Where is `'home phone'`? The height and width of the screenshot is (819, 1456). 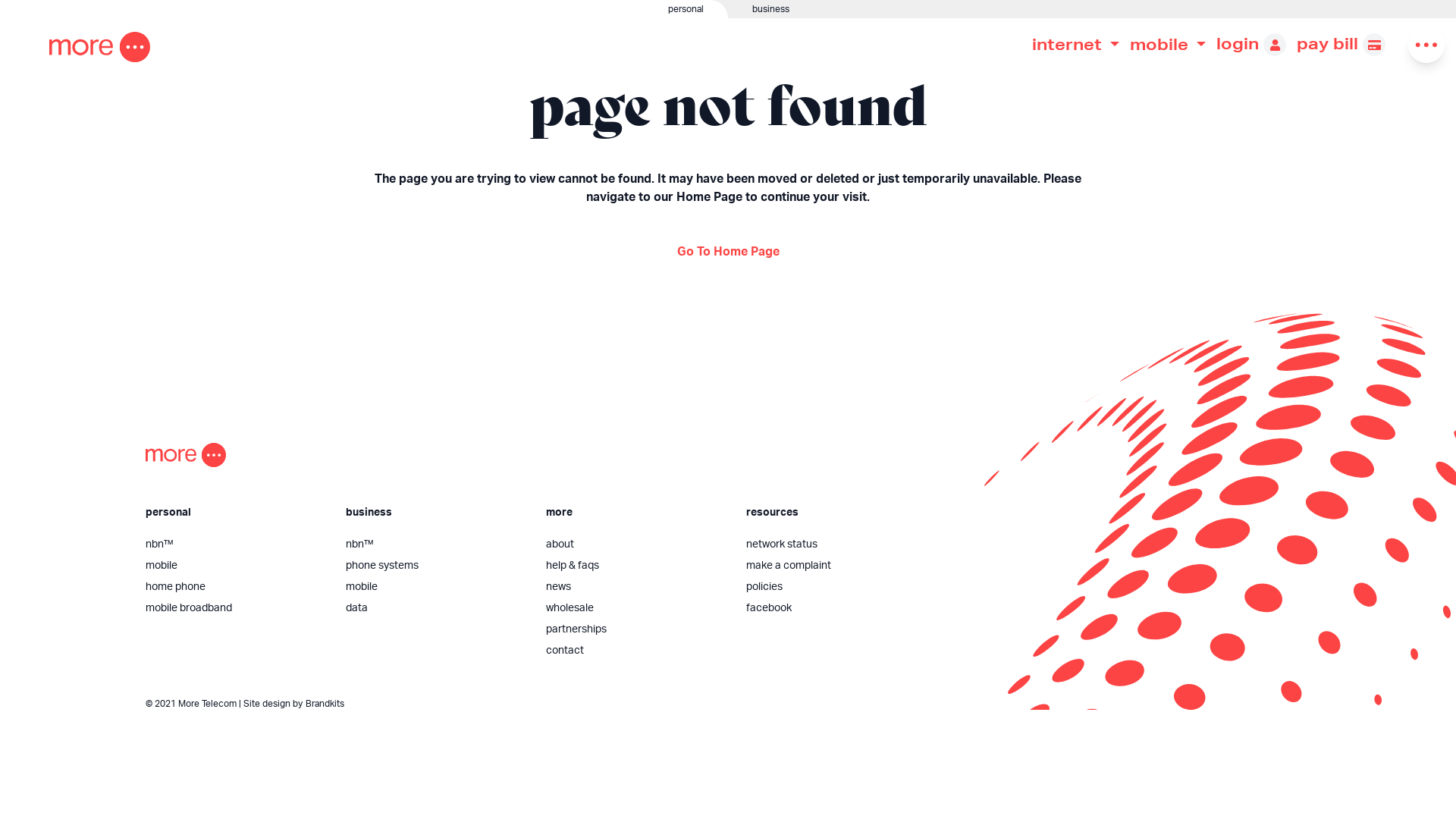
'home phone' is located at coordinates (232, 586).